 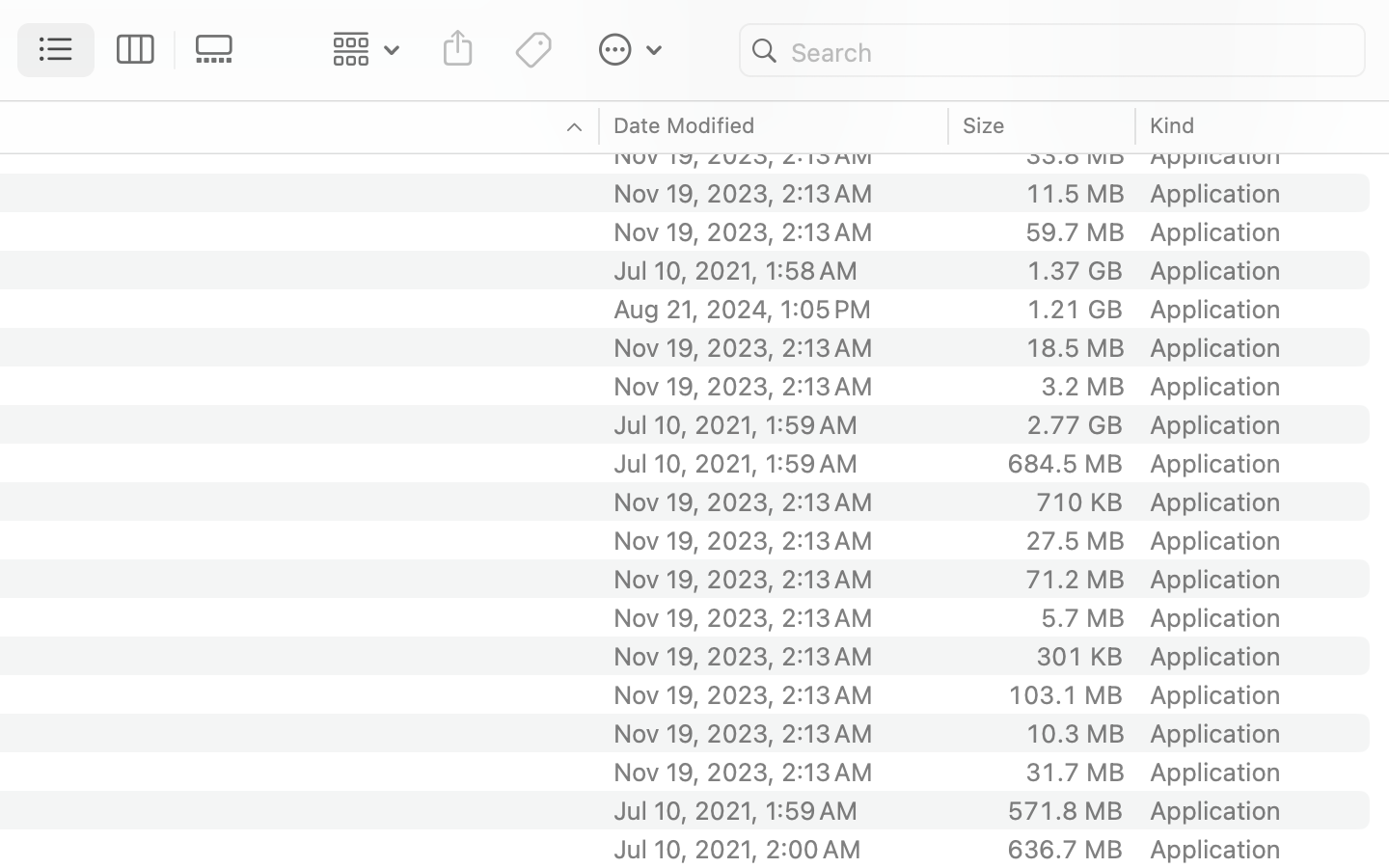 I want to click on 'Kind', so click(x=1171, y=124).